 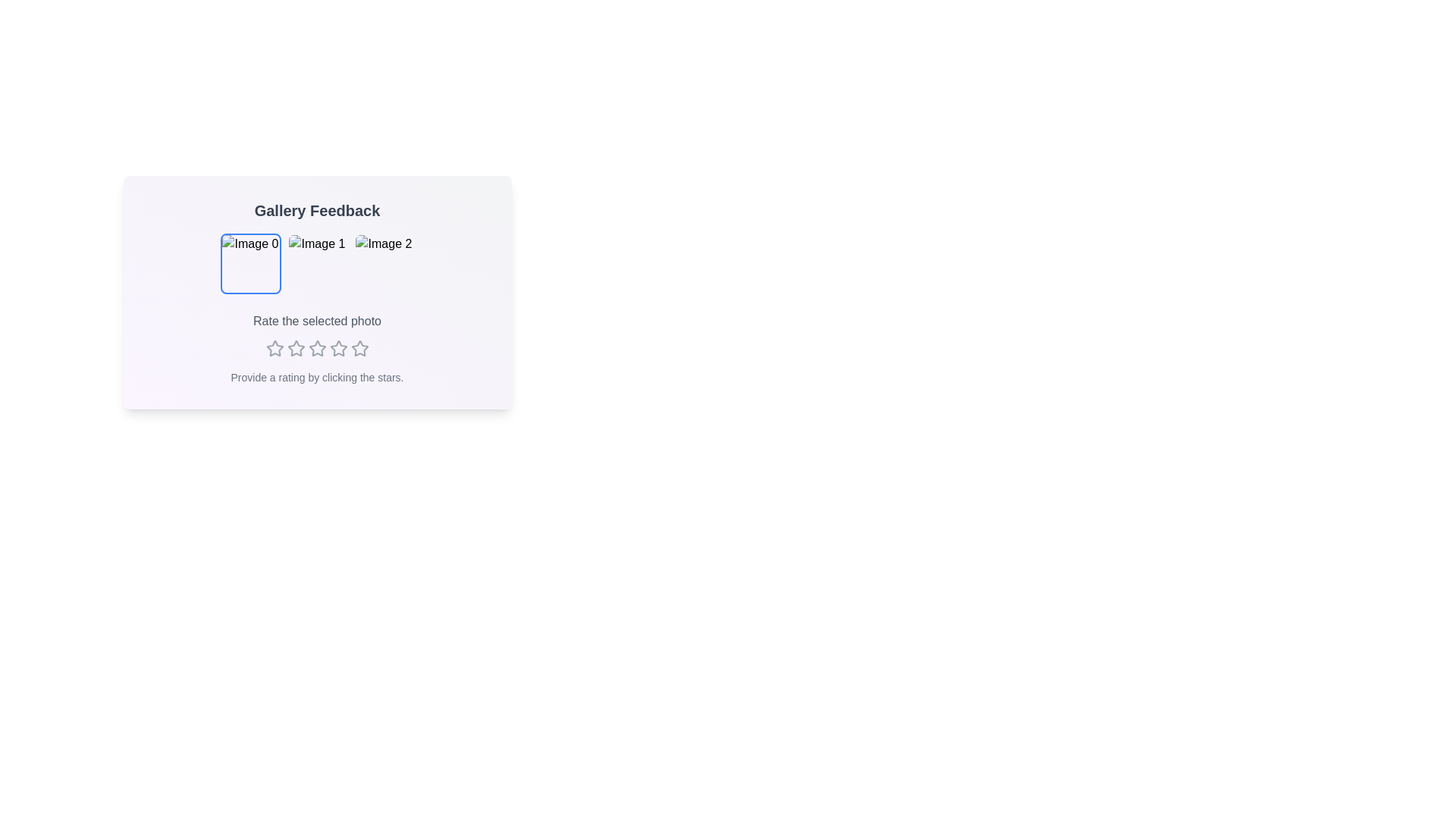 I want to click on the fifth star in the horizontal row of rating stars, which has a gray outline and no fill, to rate the selected photo, so click(x=337, y=348).